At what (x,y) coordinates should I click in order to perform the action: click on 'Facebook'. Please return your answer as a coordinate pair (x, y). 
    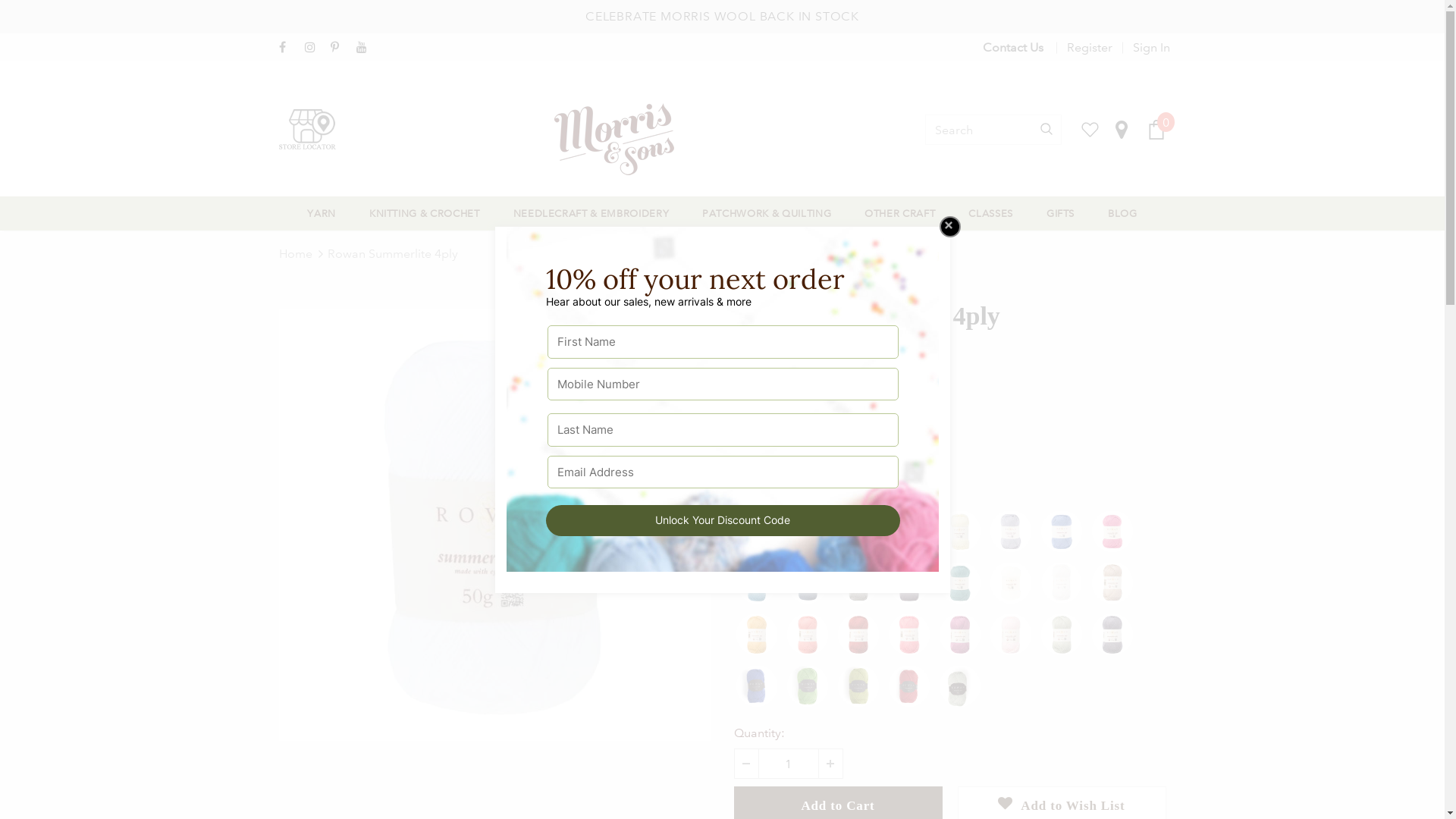
    Looking at the image, I should click on (288, 47).